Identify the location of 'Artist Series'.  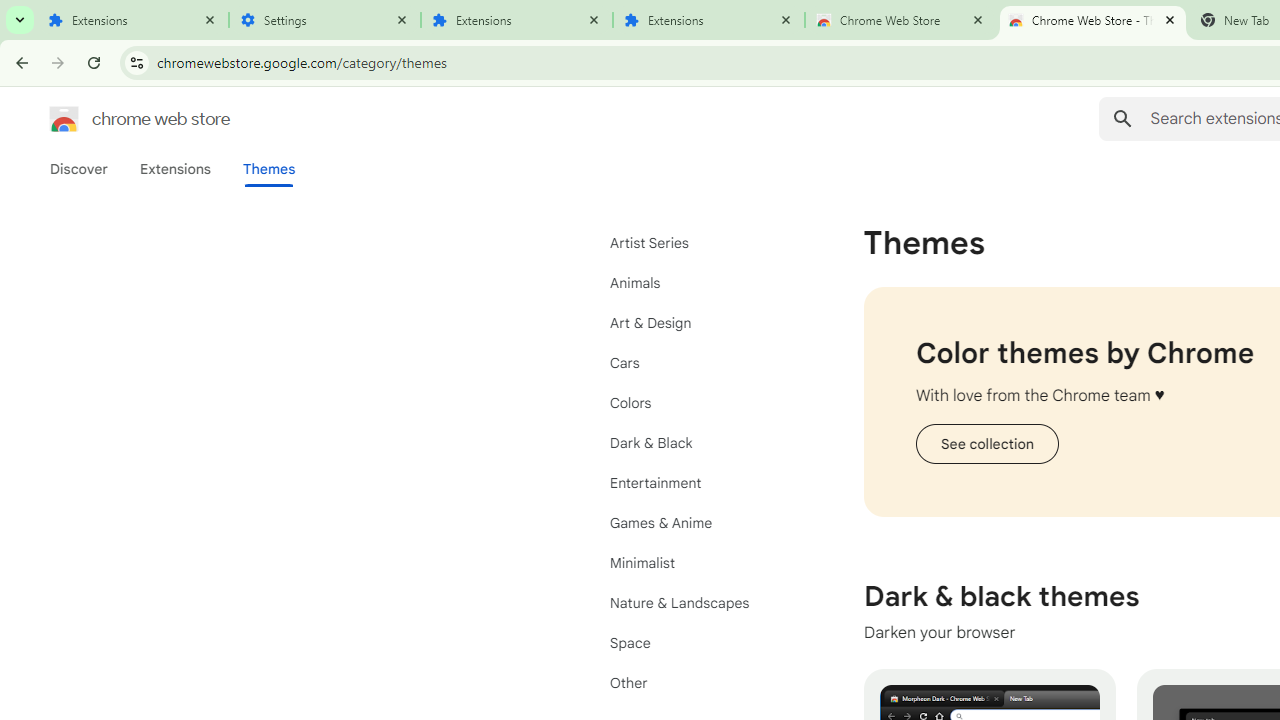
(700, 242).